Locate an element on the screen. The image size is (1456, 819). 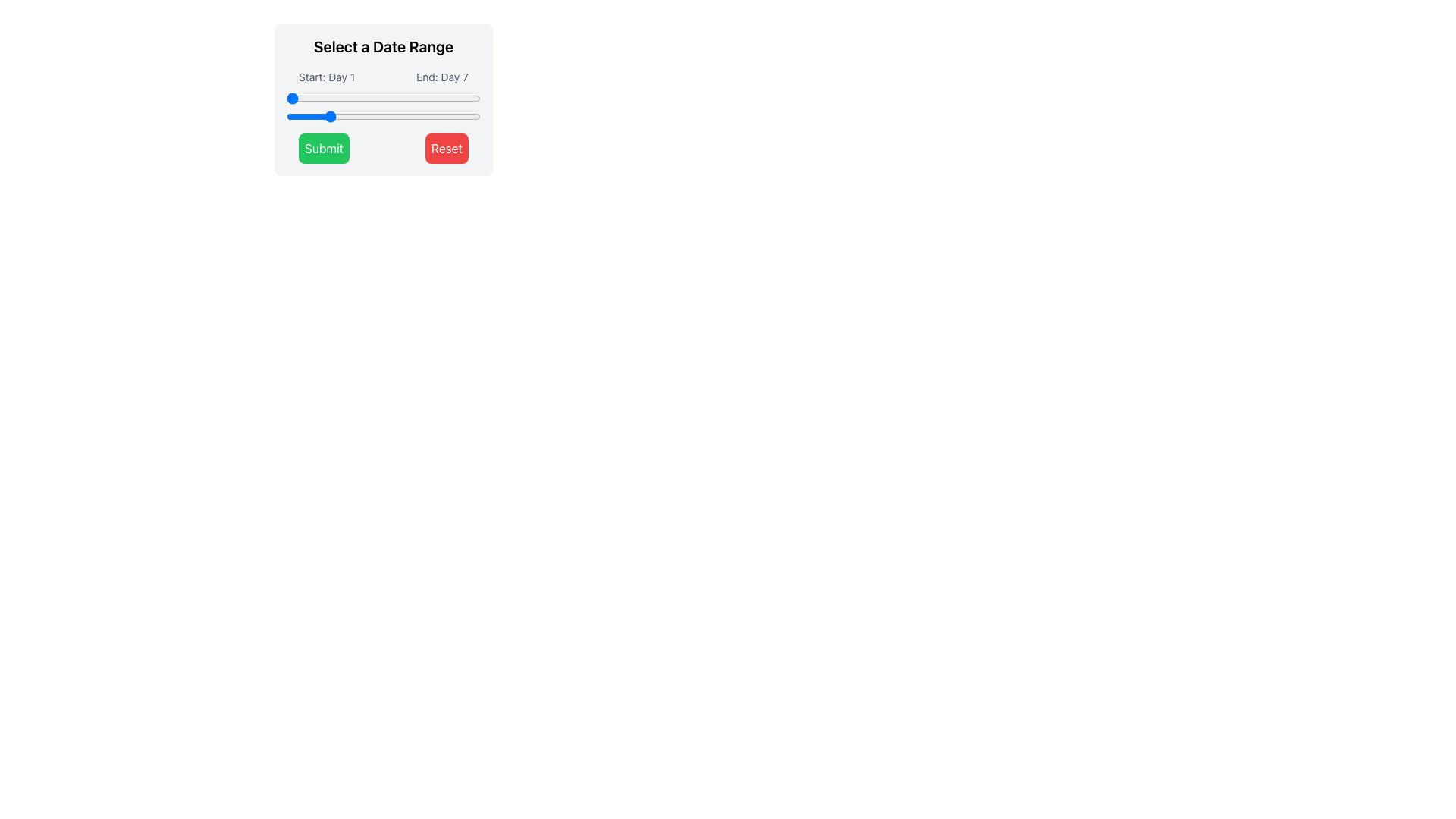
the slider is located at coordinates (332, 116).